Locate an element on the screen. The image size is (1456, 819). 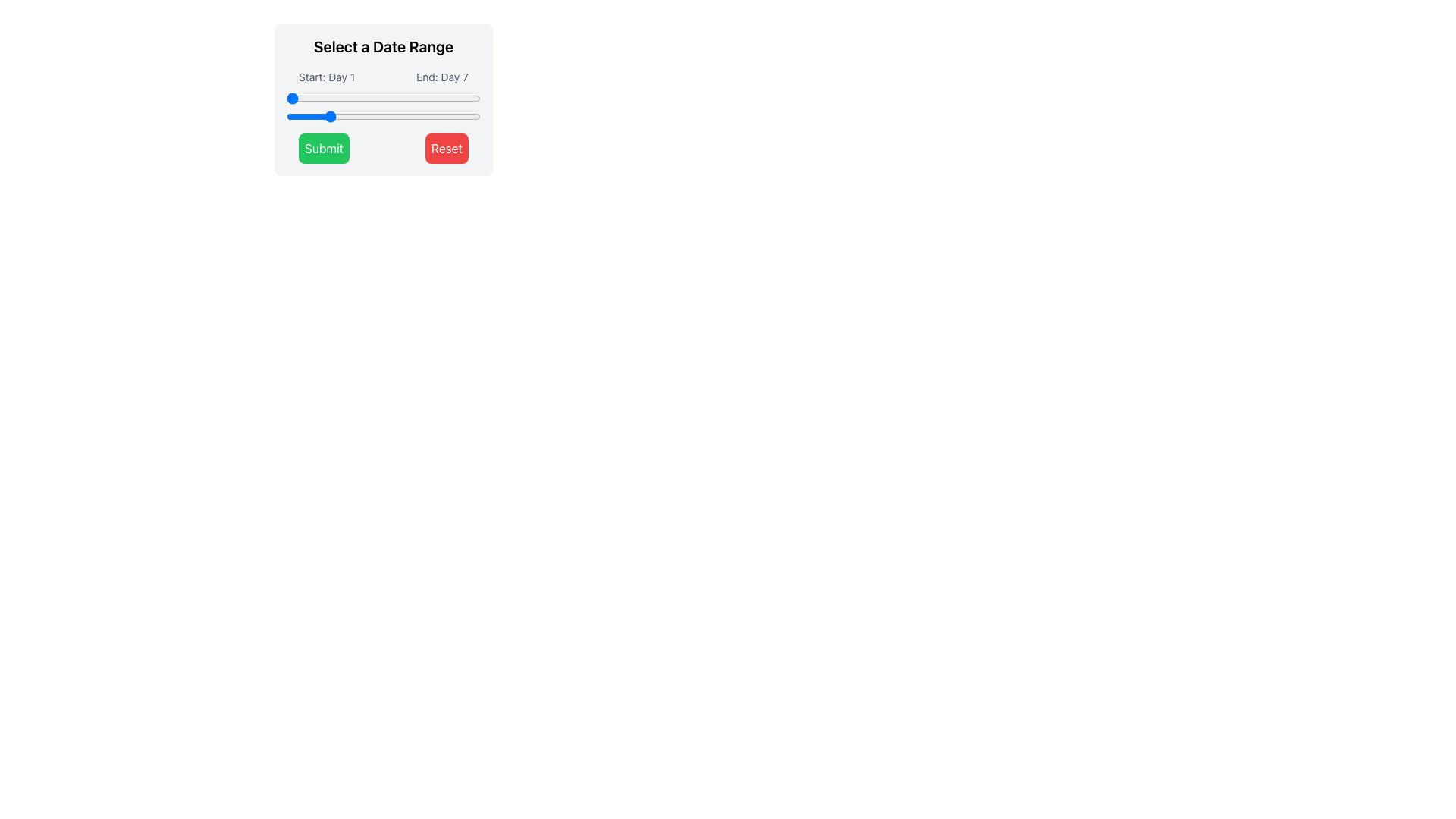
the slider is located at coordinates (332, 116).